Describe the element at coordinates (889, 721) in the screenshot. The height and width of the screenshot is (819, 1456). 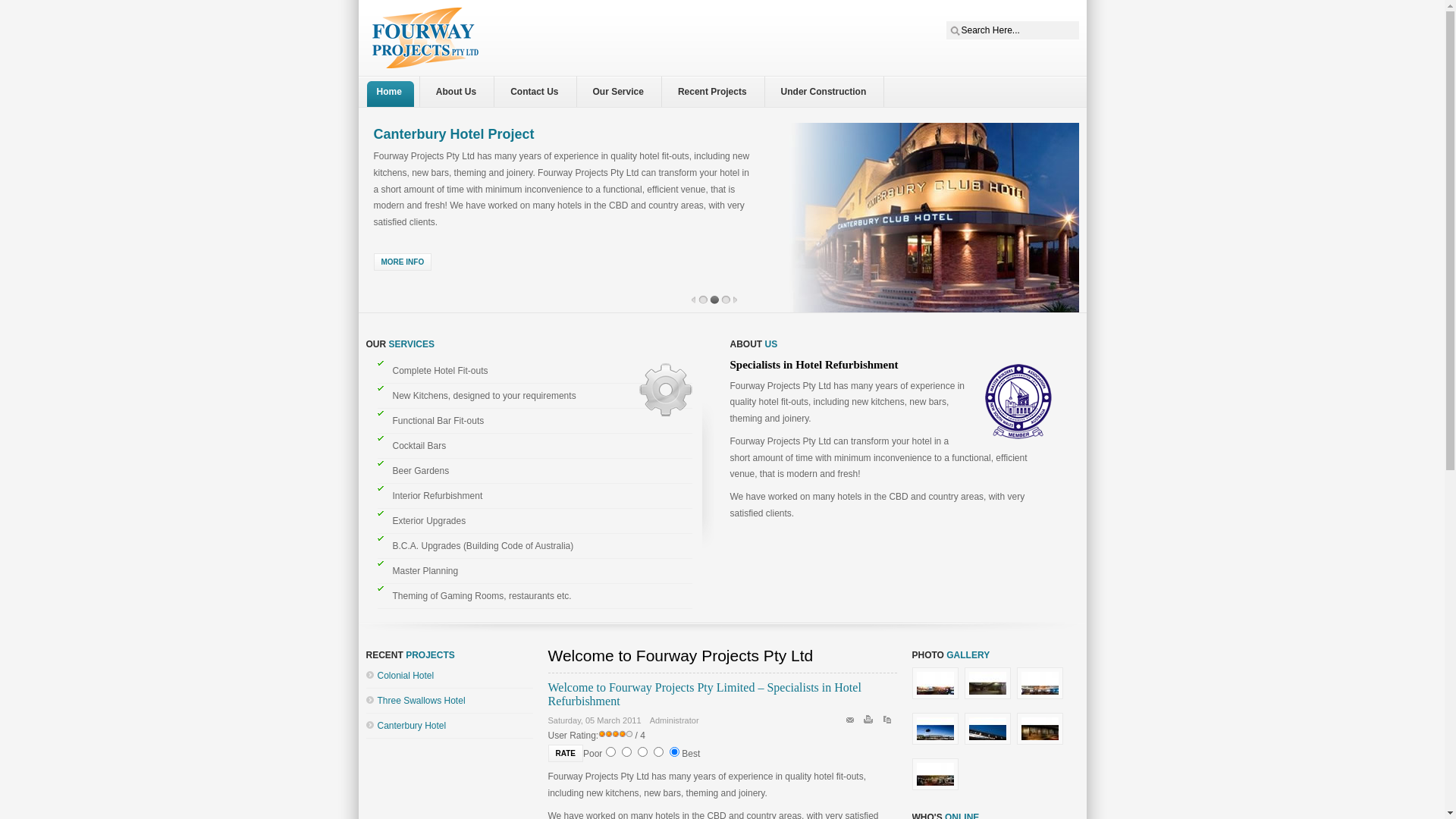
I see `'PDF'` at that location.